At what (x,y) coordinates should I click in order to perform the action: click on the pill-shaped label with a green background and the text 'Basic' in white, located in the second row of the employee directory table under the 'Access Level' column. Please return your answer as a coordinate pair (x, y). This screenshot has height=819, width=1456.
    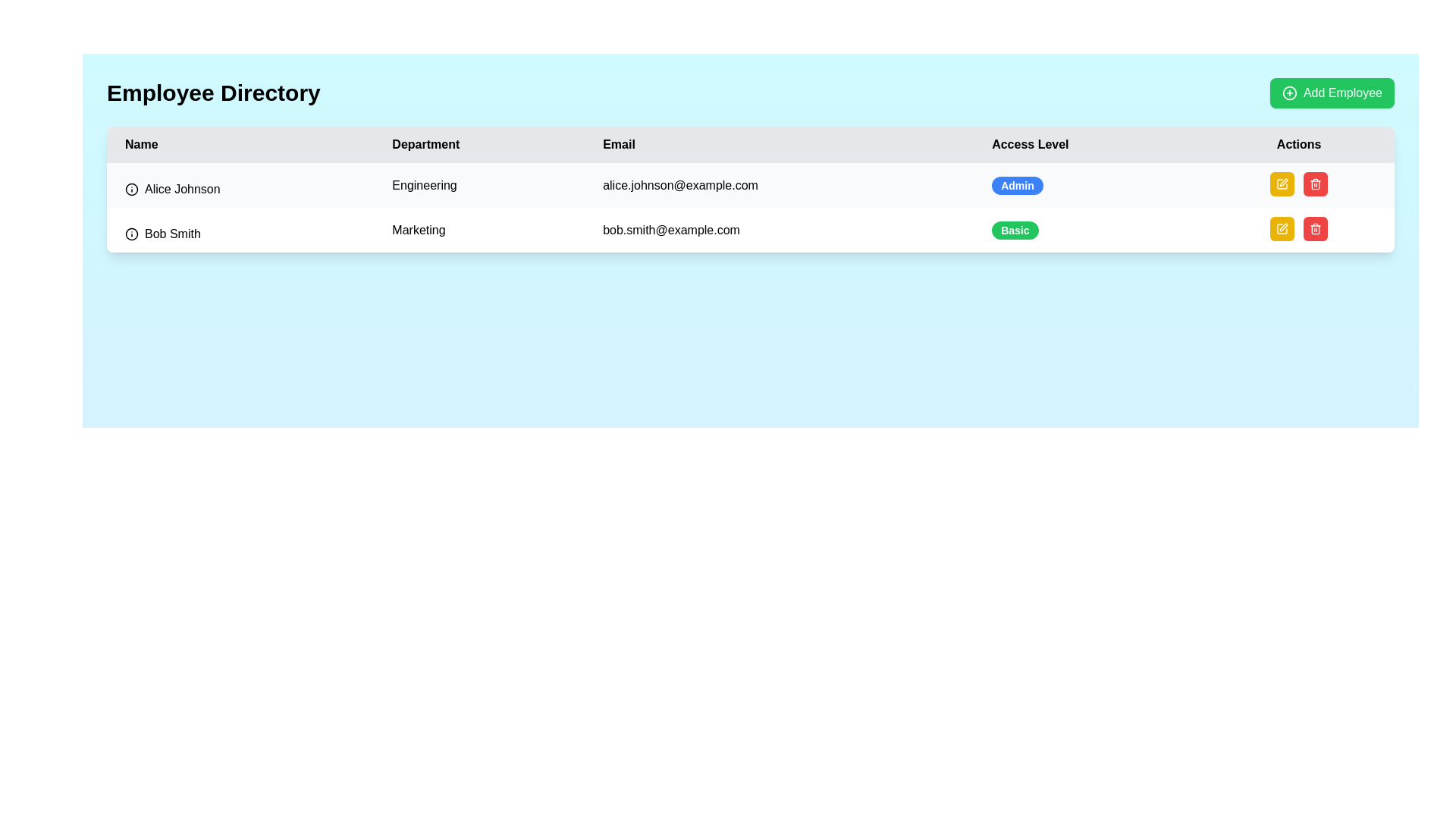
    Looking at the image, I should click on (1015, 230).